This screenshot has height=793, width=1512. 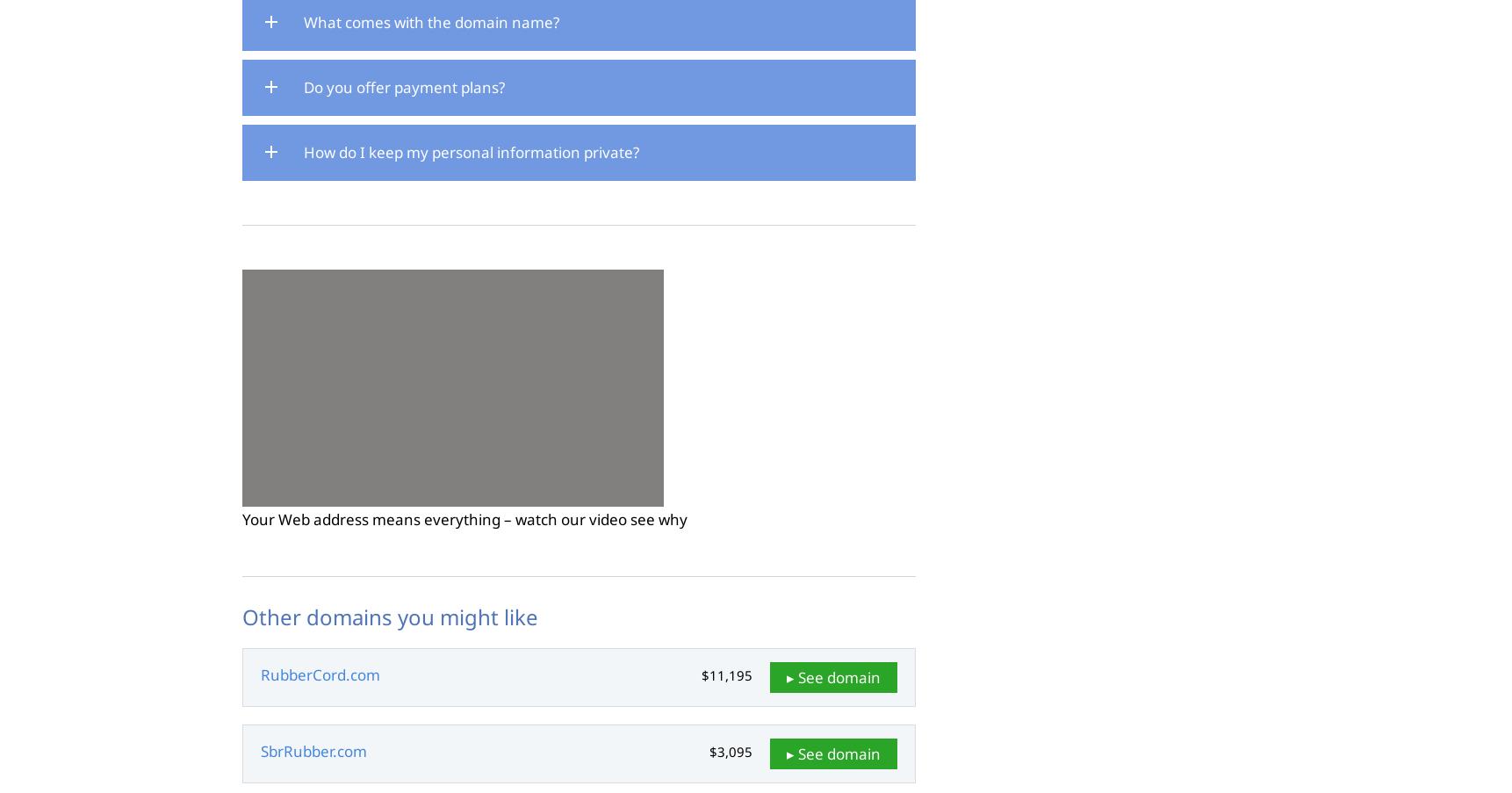 I want to click on '$3,095', so click(x=708, y=752).